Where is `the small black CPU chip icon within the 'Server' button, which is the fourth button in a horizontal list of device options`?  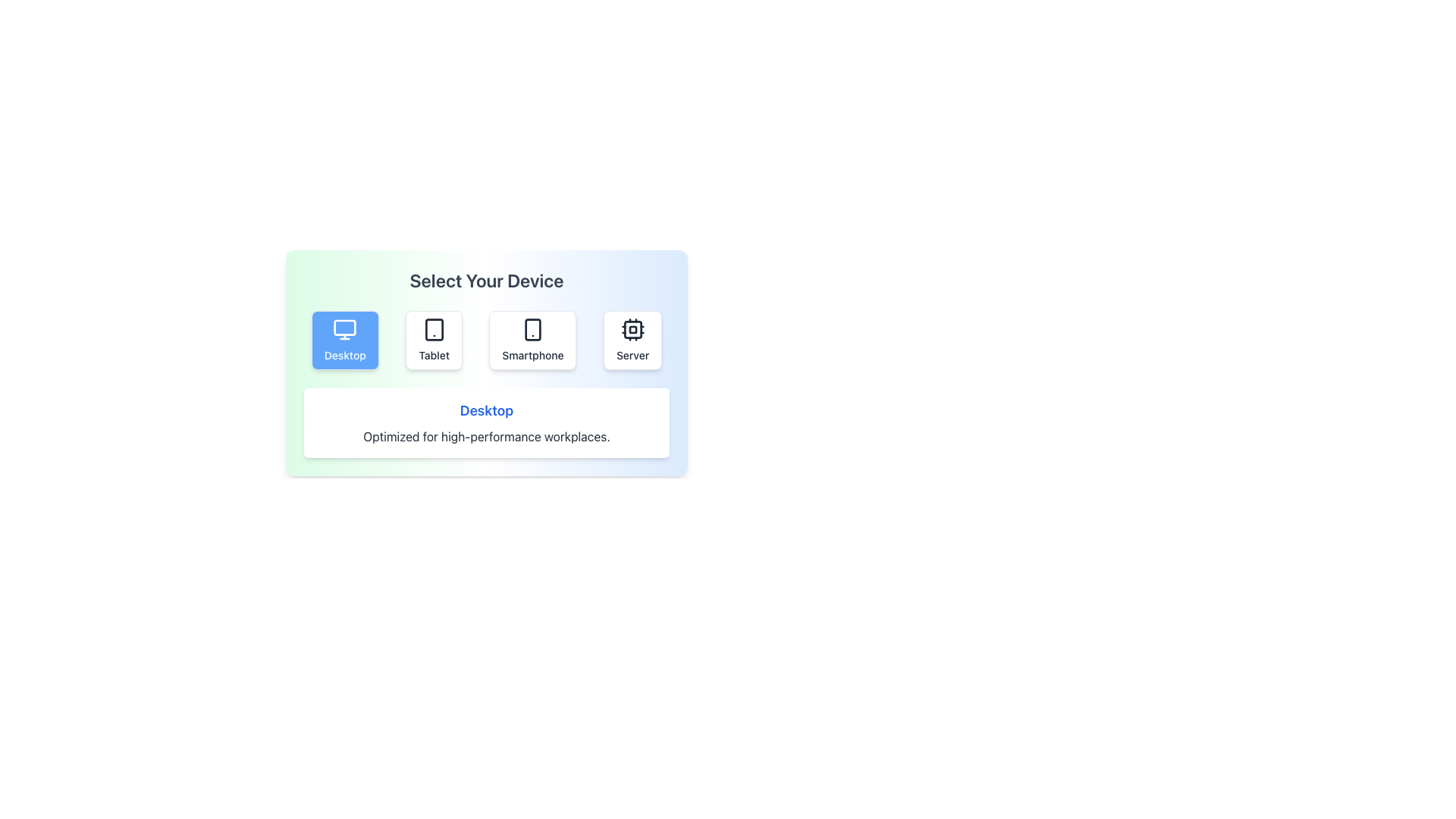
the small black CPU chip icon within the 'Server' button, which is the fourth button in a horizontal list of device options is located at coordinates (632, 329).